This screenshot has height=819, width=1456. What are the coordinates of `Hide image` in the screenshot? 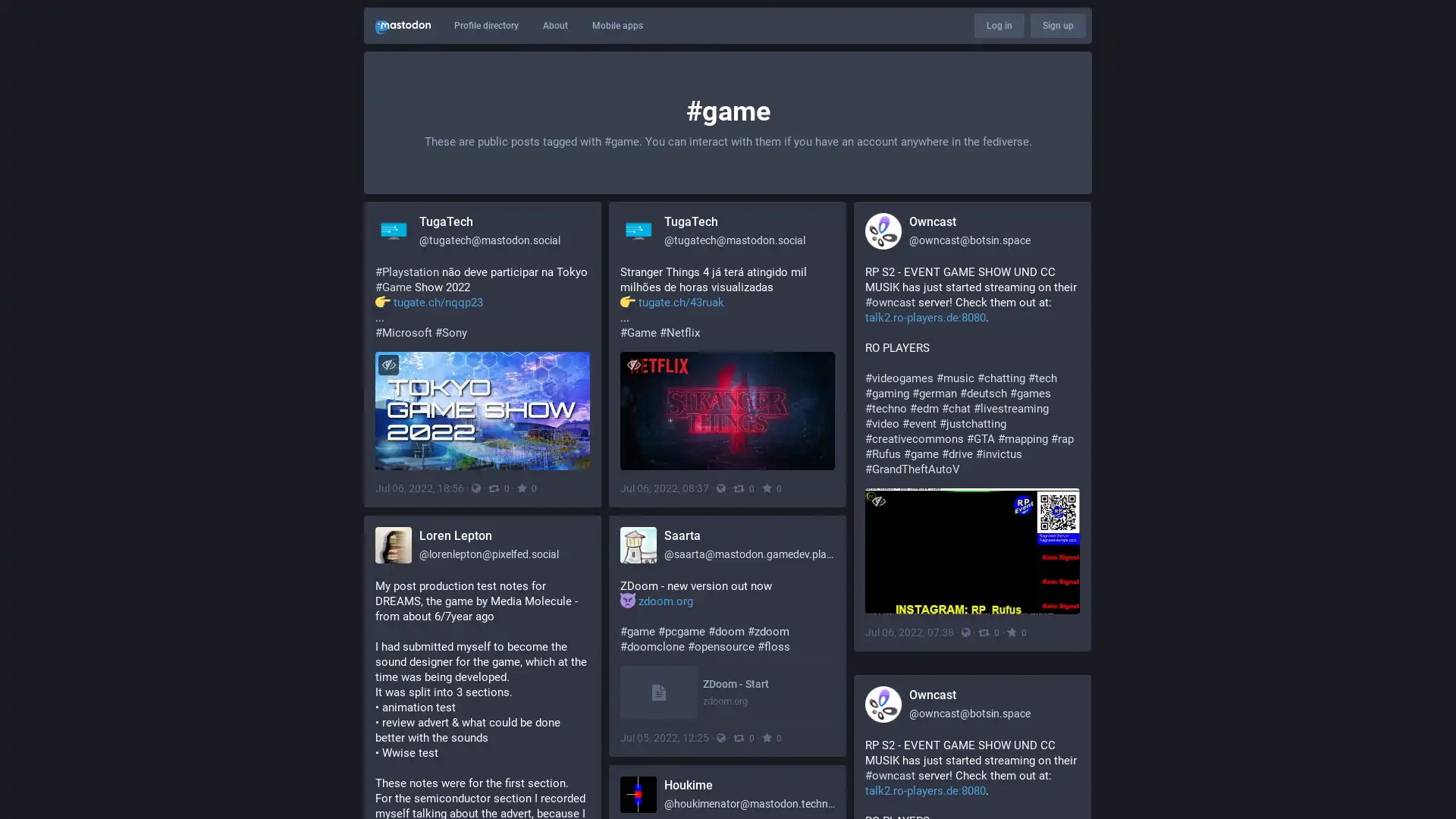 It's located at (388, 364).